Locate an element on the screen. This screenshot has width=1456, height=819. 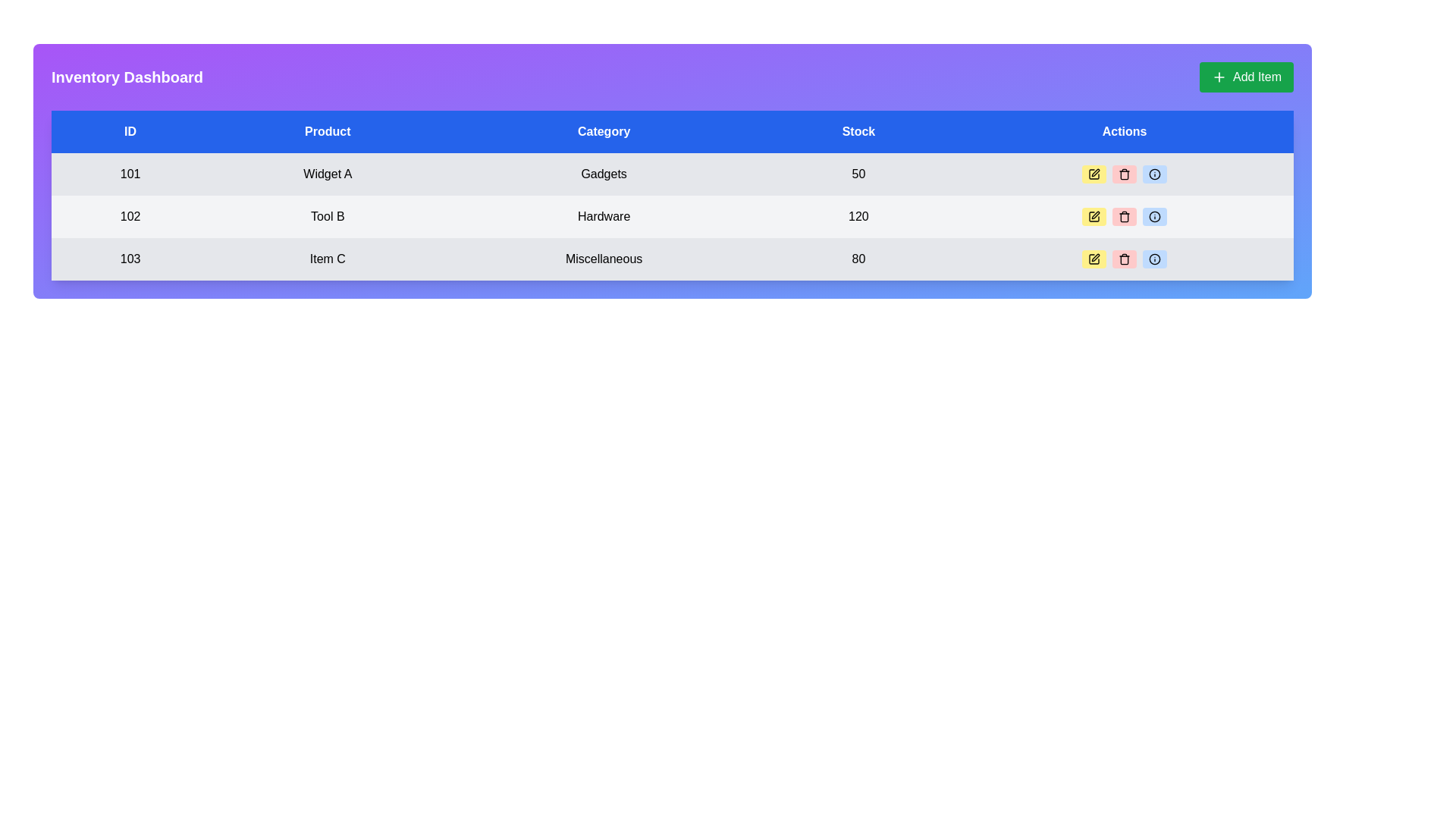
the 'info' button, which is the fourth button in the 'Actions' column of the last row of the table is located at coordinates (1153, 259).